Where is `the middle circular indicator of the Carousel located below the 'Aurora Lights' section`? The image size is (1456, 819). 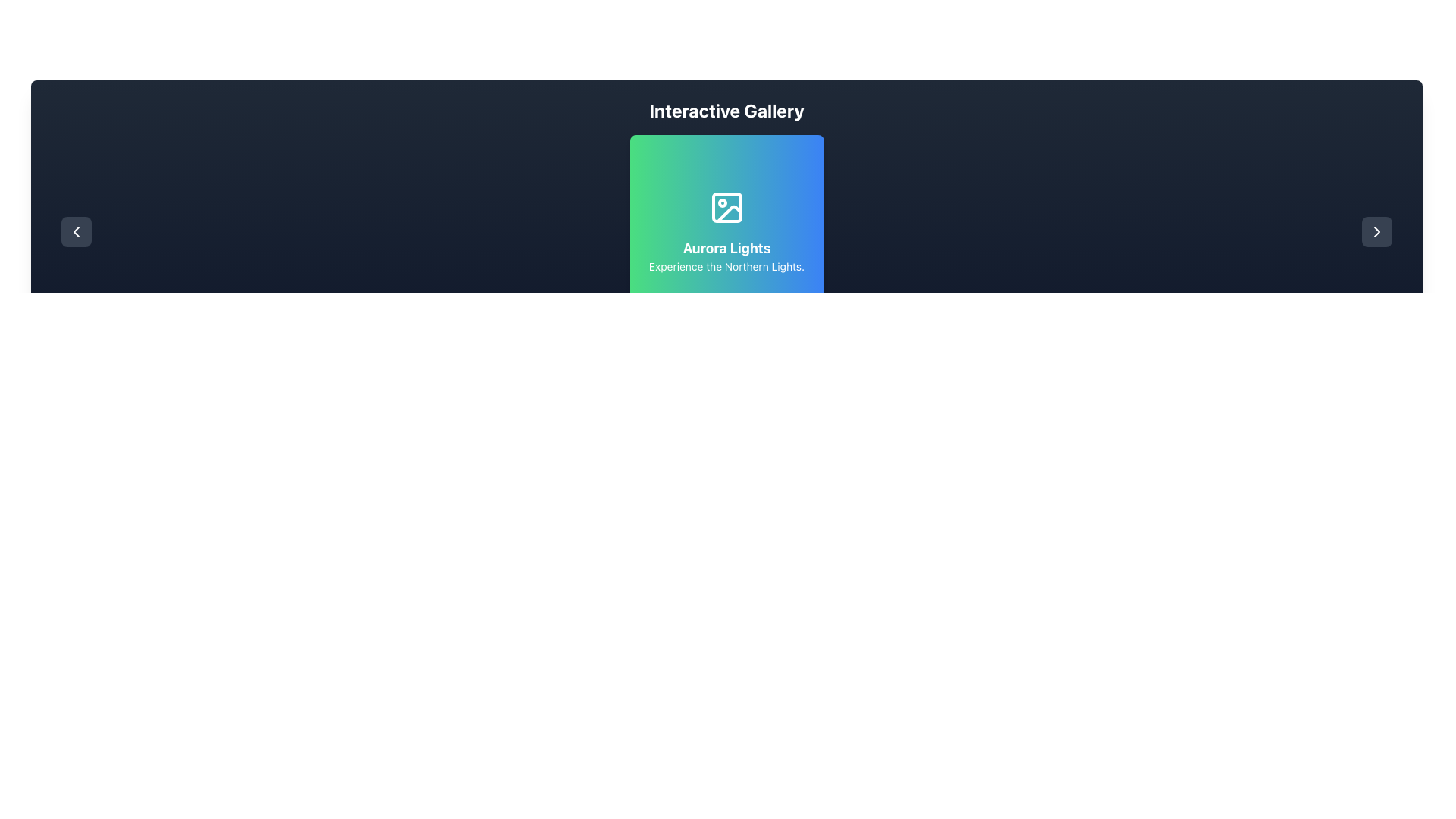 the middle circular indicator of the Carousel located below the 'Aurora Lights' section is located at coordinates (726, 347).